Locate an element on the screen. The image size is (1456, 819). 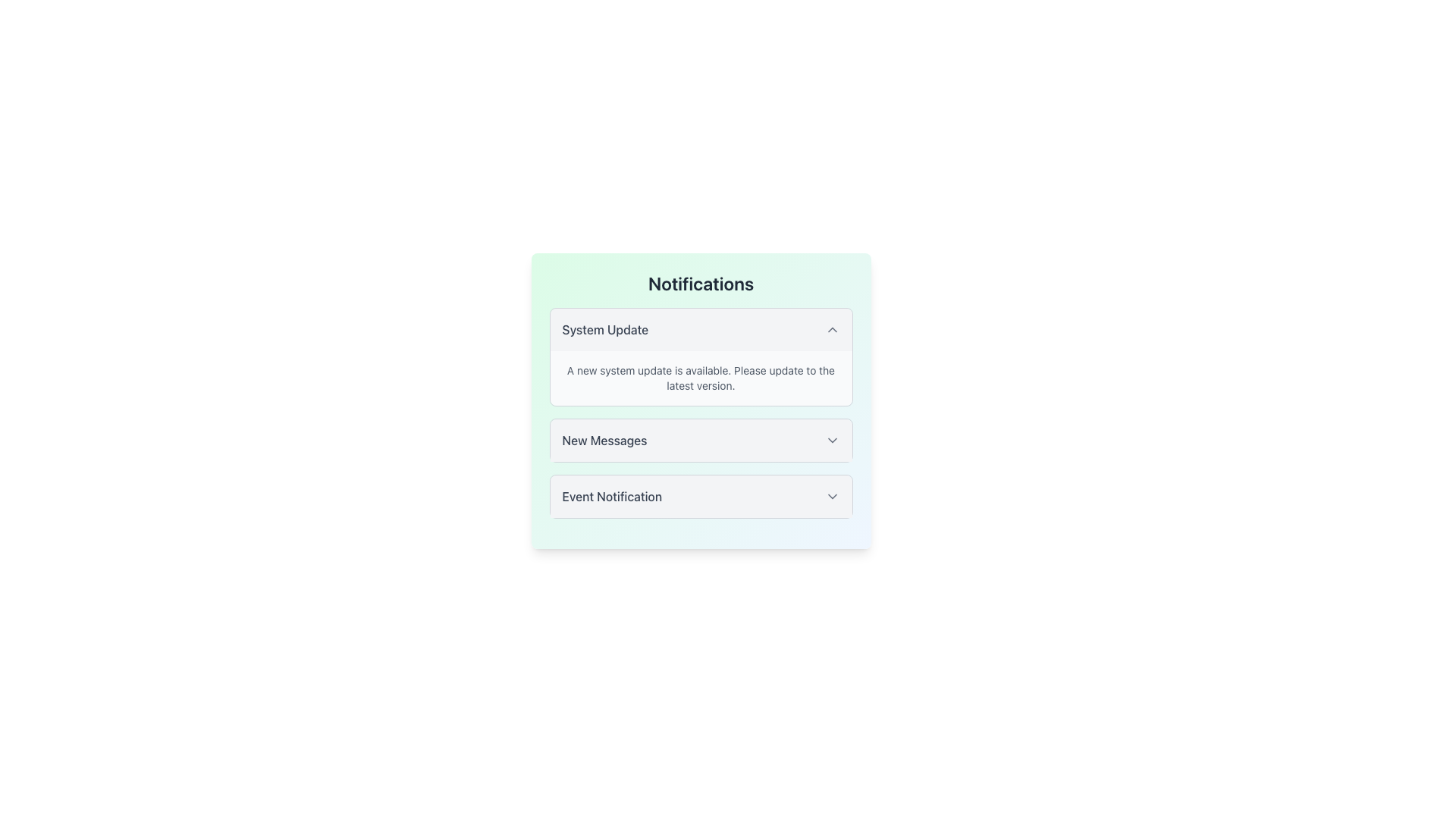
the collapse icon for the 'System Update' section to provide visual feedback or display a tooltip is located at coordinates (831, 329).